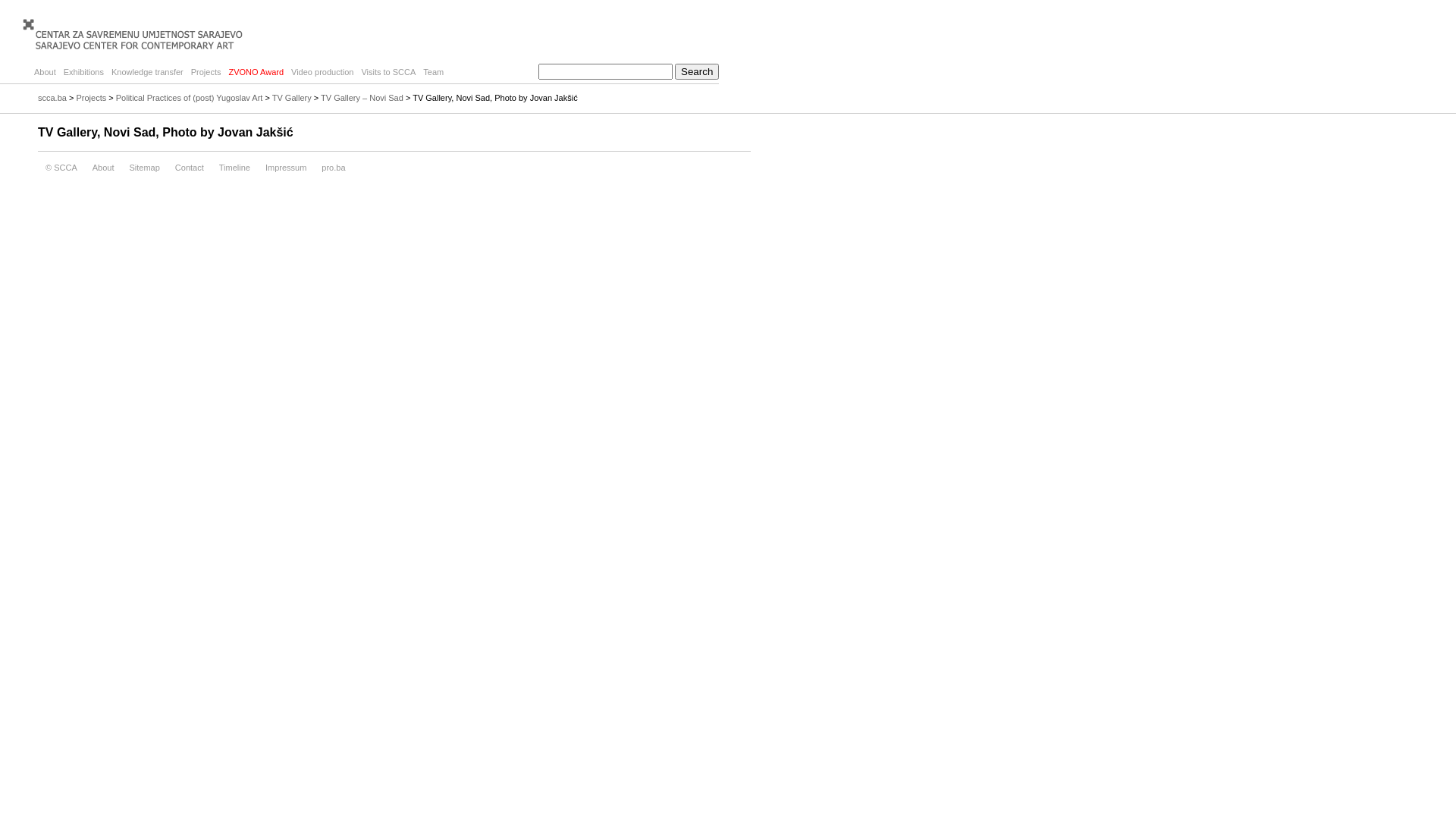 The height and width of the screenshot is (819, 1456). Describe the element at coordinates (102, 167) in the screenshot. I see `'About'` at that location.